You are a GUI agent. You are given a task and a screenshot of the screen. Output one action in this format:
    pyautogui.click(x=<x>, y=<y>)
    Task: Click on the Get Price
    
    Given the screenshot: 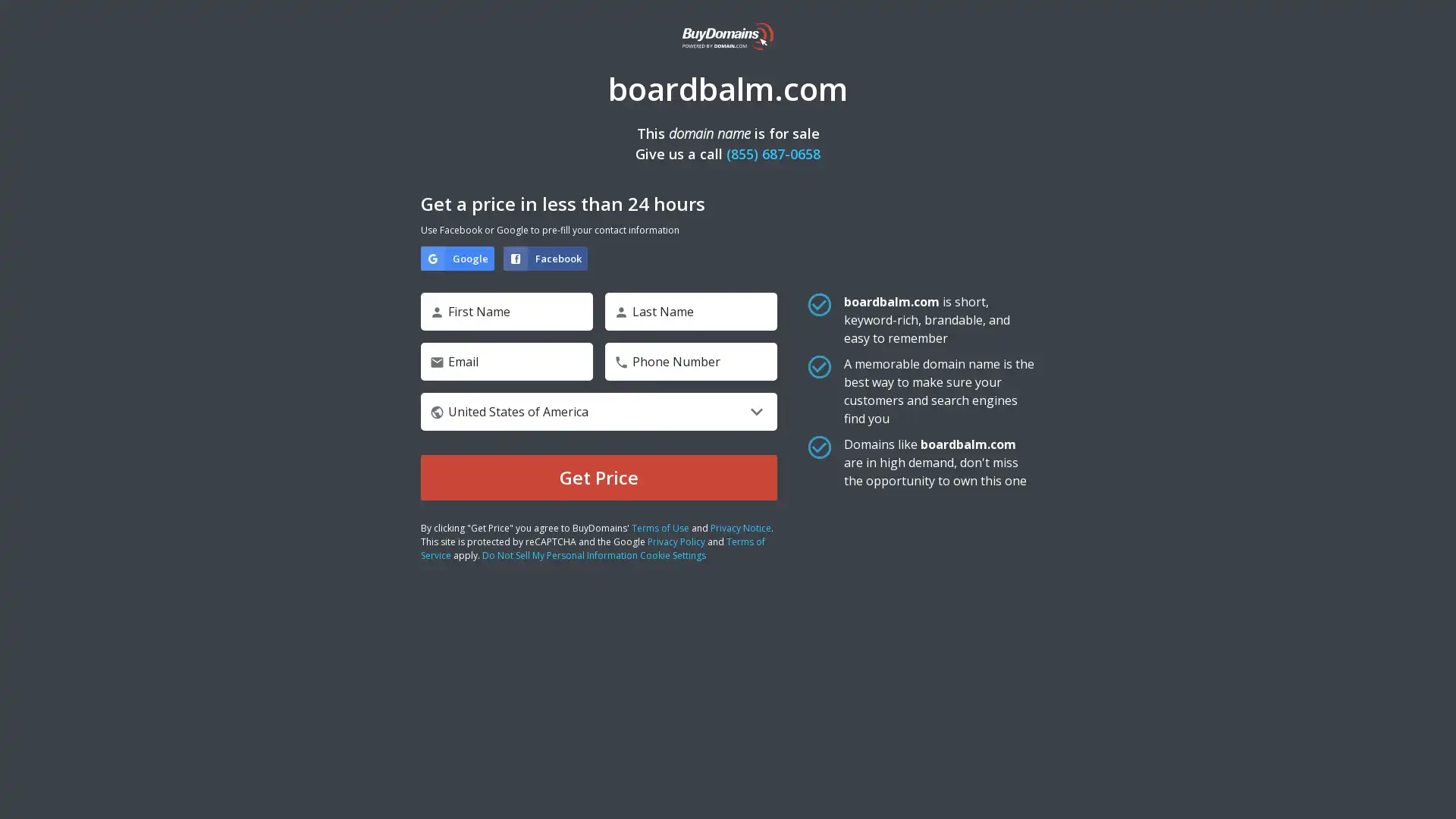 What is the action you would take?
    pyautogui.click(x=598, y=476)
    